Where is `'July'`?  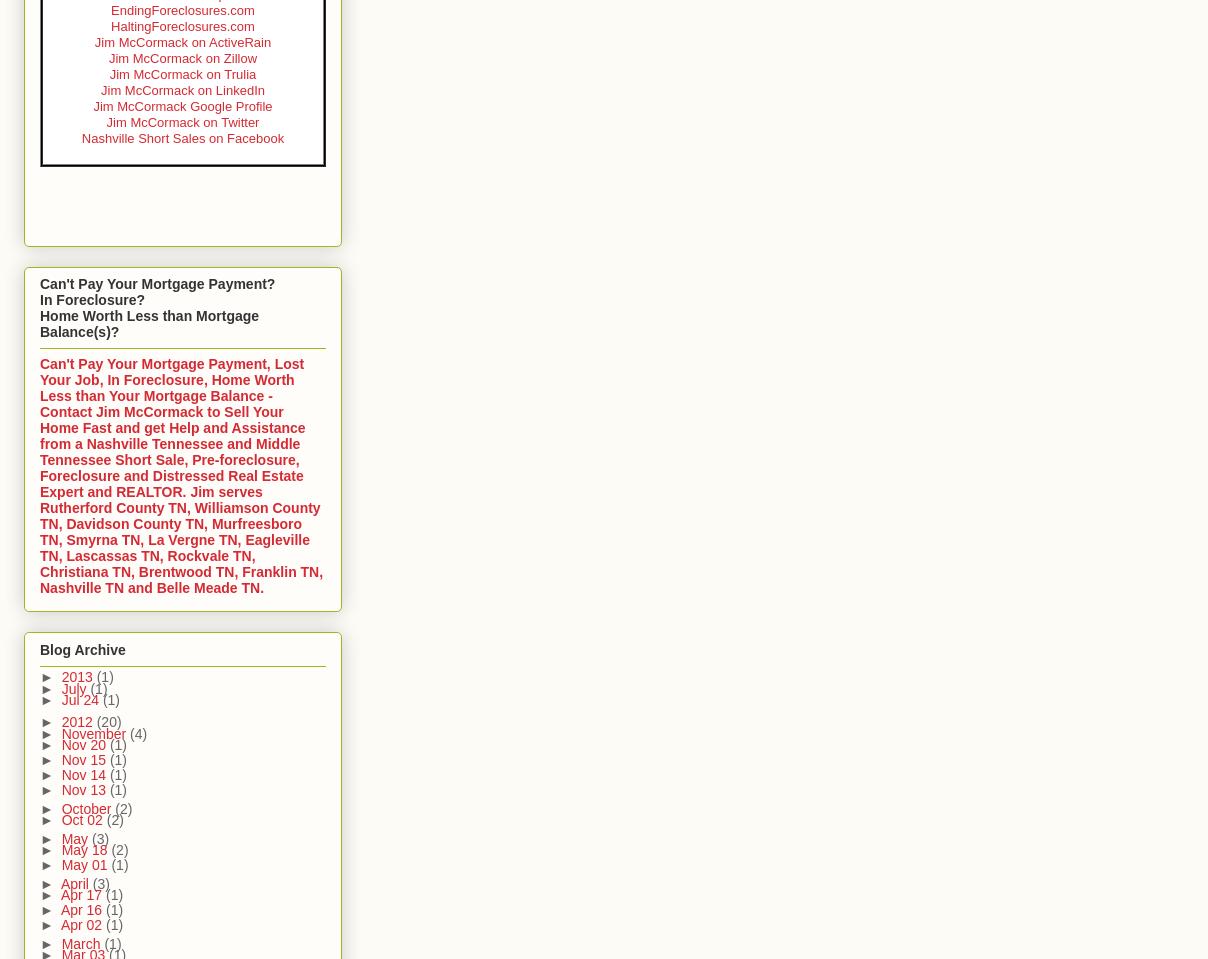 'July' is located at coordinates (74, 686).